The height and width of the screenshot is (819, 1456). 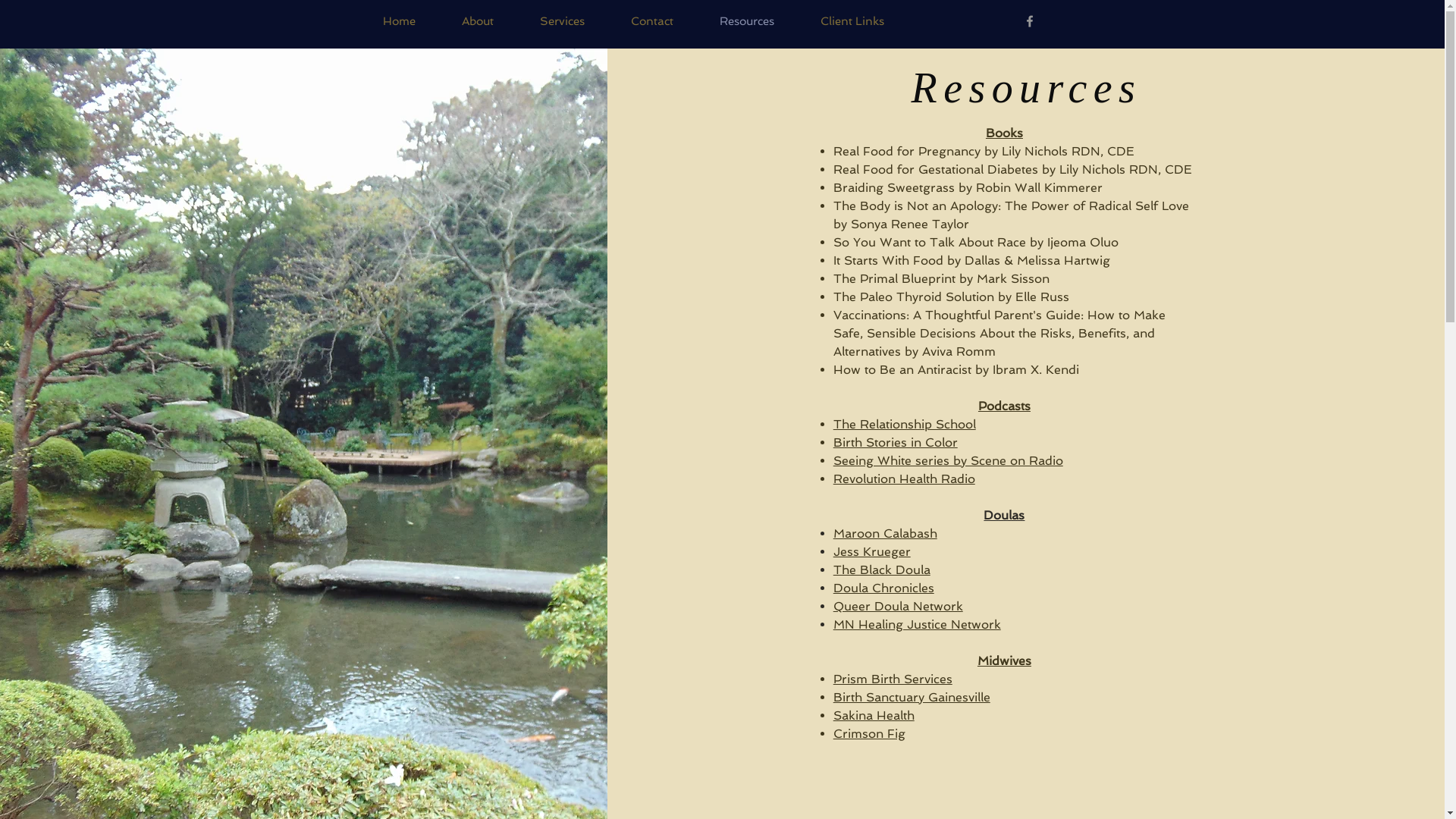 I want to click on 'The Black Doula', so click(x=833, y=570).